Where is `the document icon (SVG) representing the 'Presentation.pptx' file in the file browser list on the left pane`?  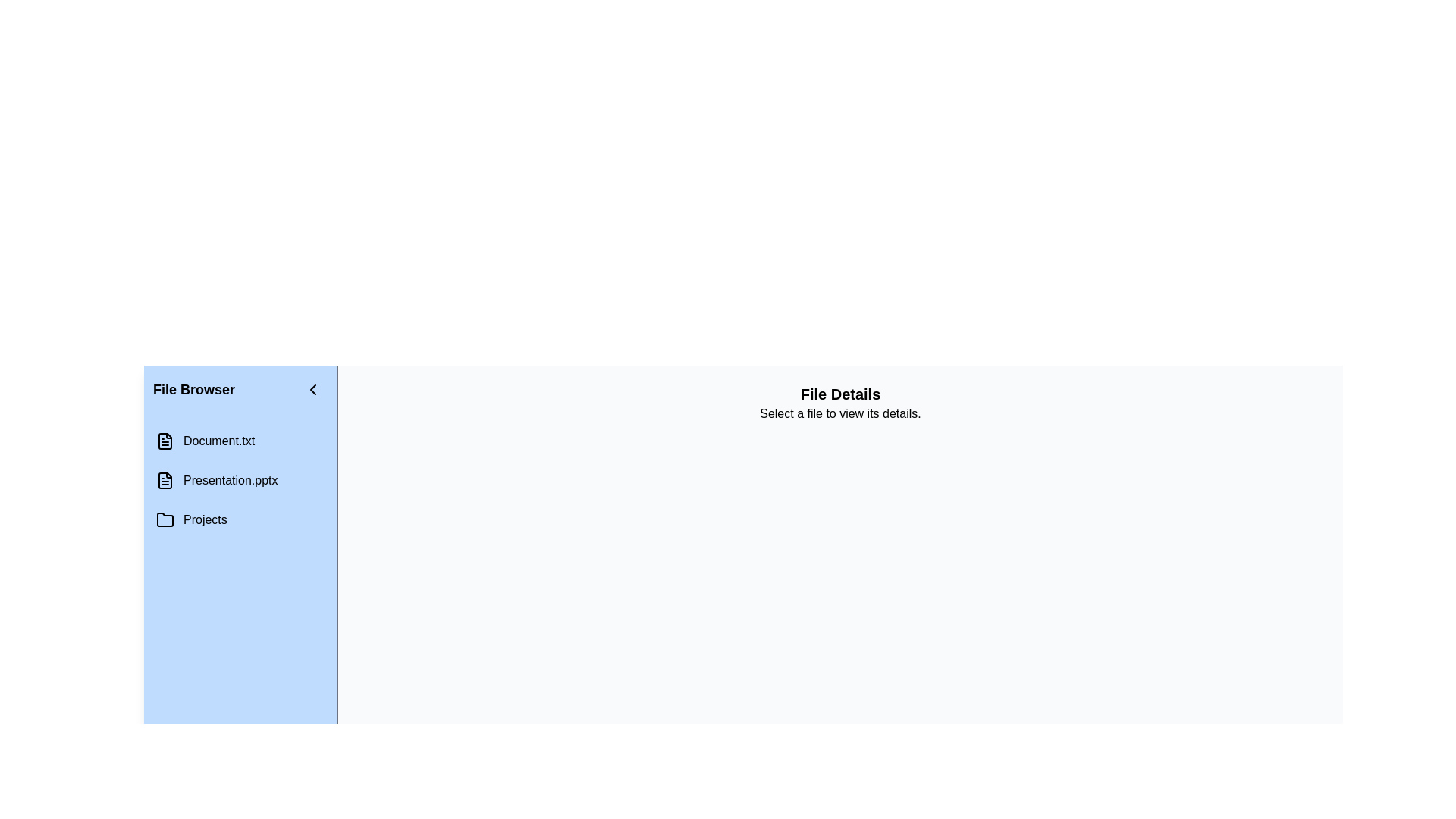
the document icon (SVG) representing the 'Presentation.pptx' file in the file browser list on the left pane is located at coordinates (165, 480).